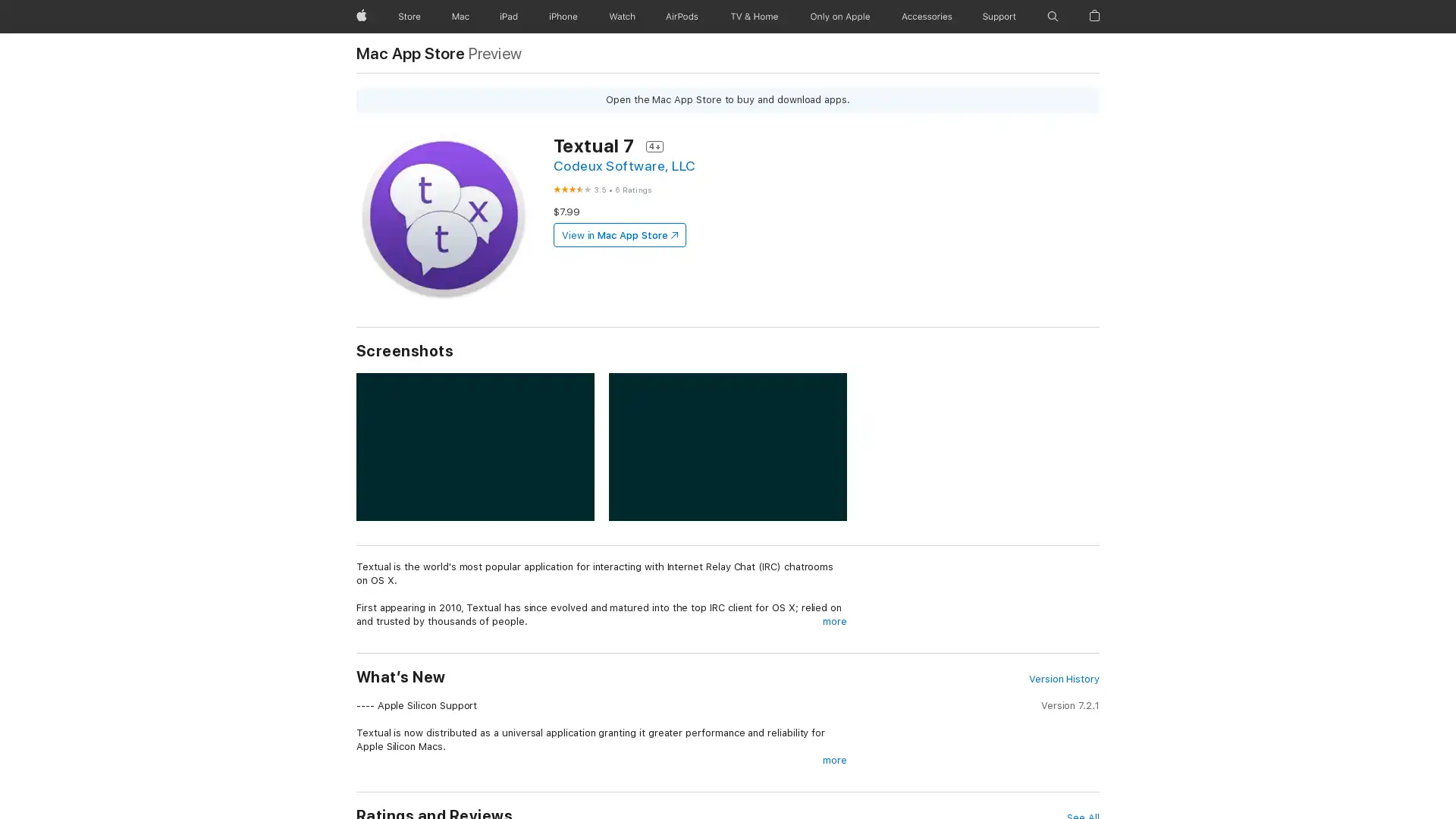  What do you see at coordinates (1062, 678) in the screenshot?
I see `Version History` at bounding box center [1062, 678].